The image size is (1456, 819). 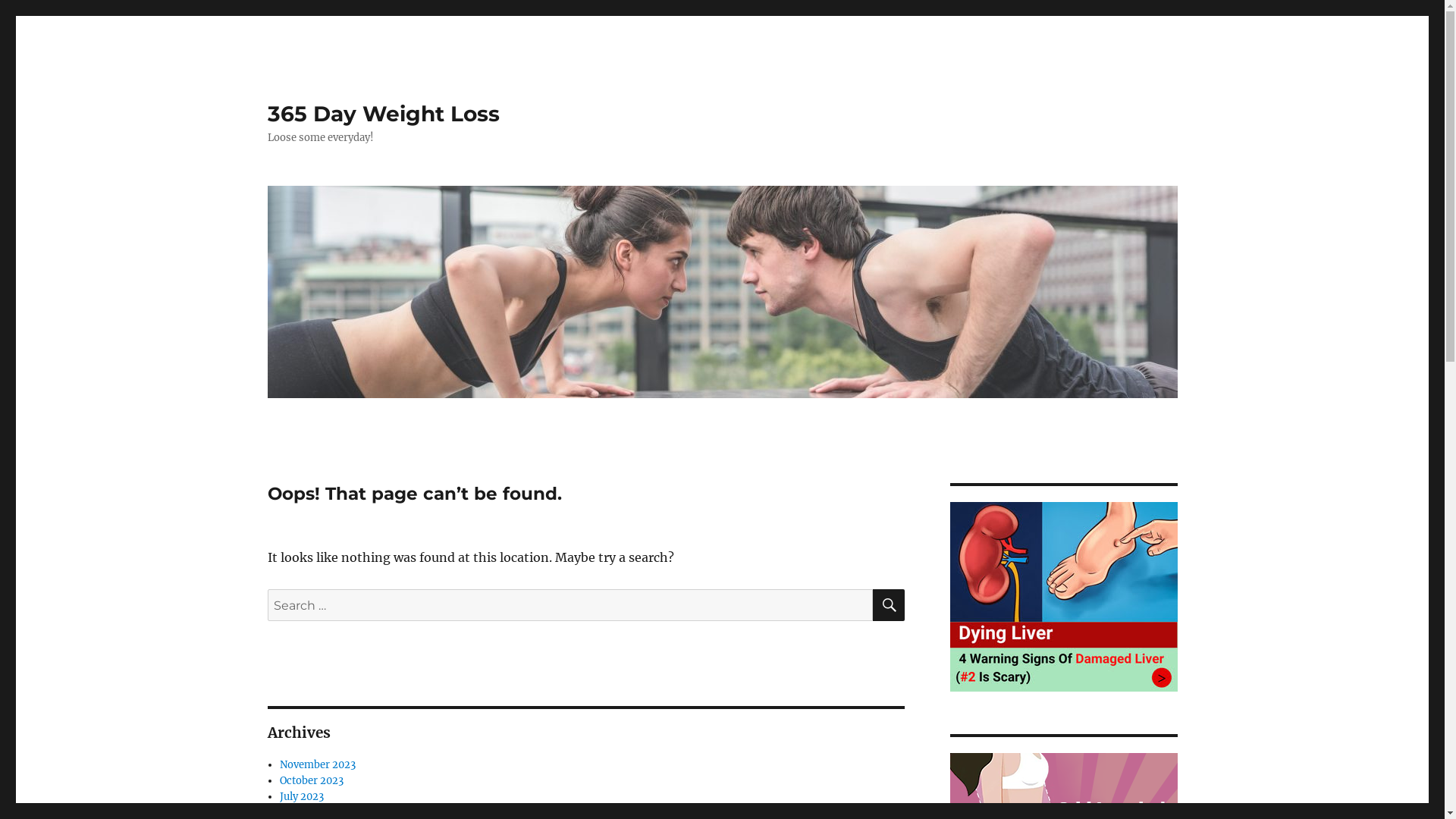 What do you see at coordinates (311, 780) in the screenshot?
I see `'October 2023'` at bounding box center [311, 780].